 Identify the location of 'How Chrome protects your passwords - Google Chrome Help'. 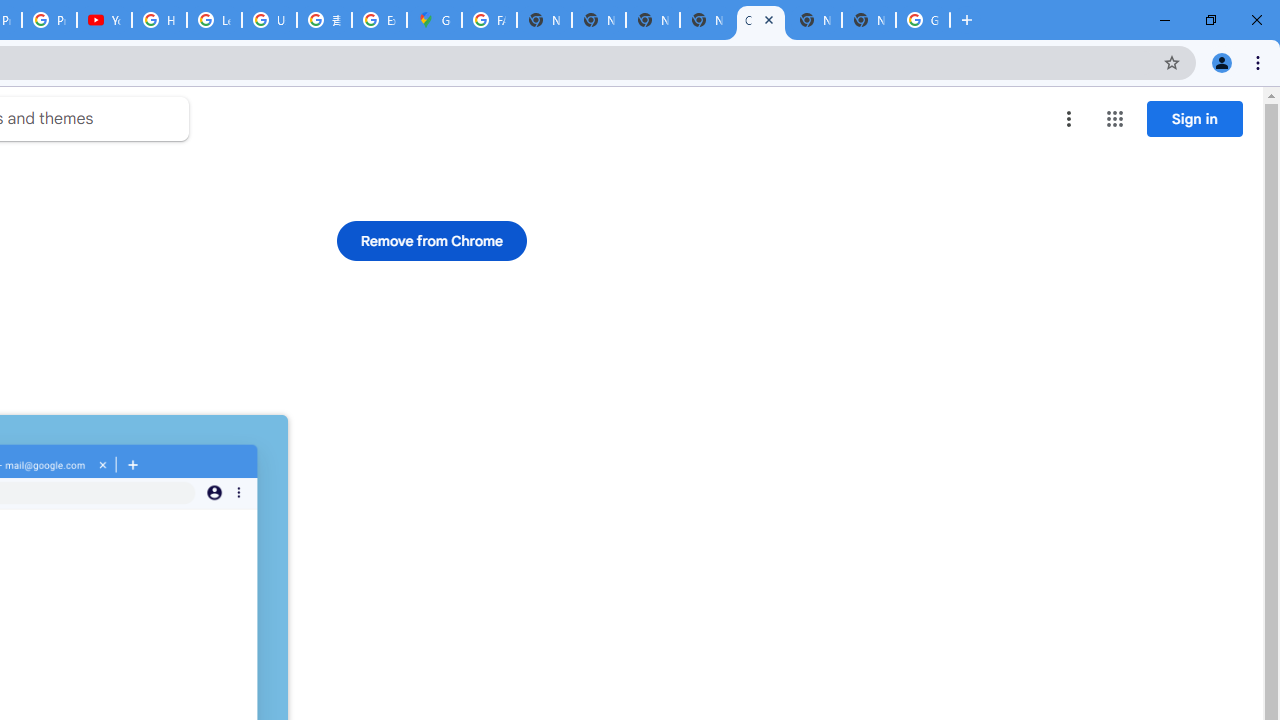
(158, 20).